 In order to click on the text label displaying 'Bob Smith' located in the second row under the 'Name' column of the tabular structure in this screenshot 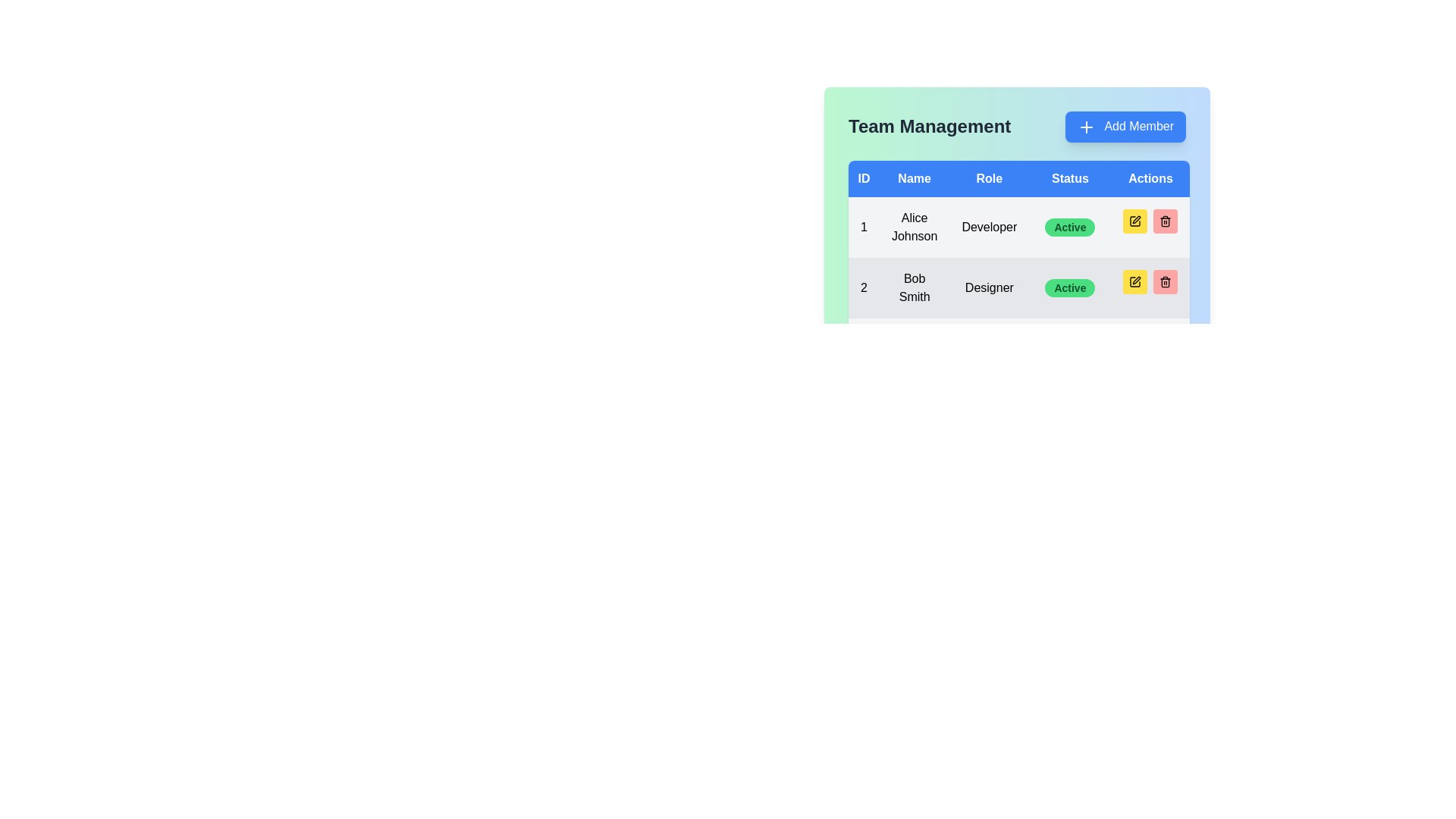, I will do `click(914, 287)`.